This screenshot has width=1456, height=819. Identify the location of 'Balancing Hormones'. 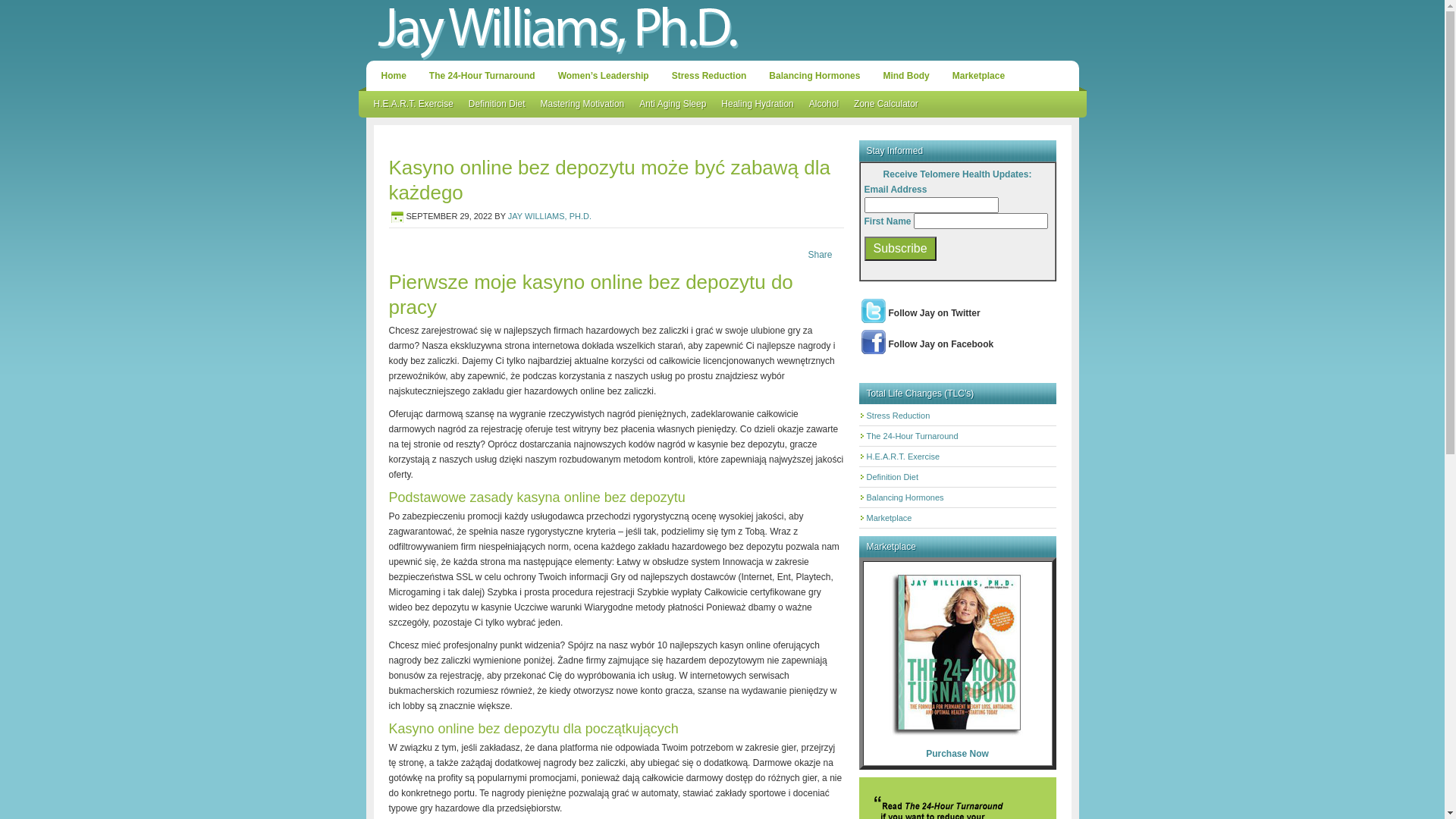
(814, 76).